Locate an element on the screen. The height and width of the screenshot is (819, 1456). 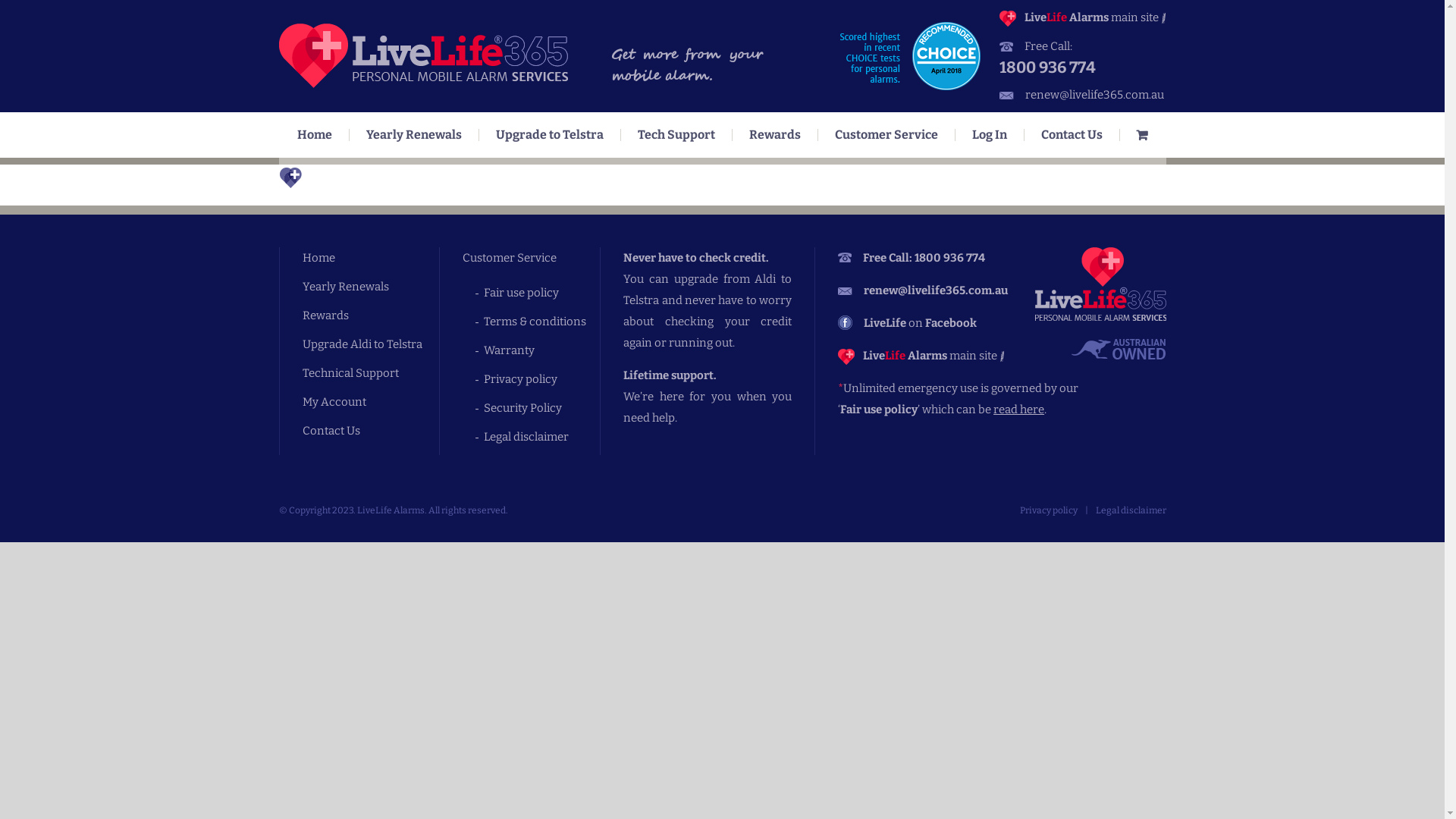
'Rewards' is located at coordinates (732, 133).